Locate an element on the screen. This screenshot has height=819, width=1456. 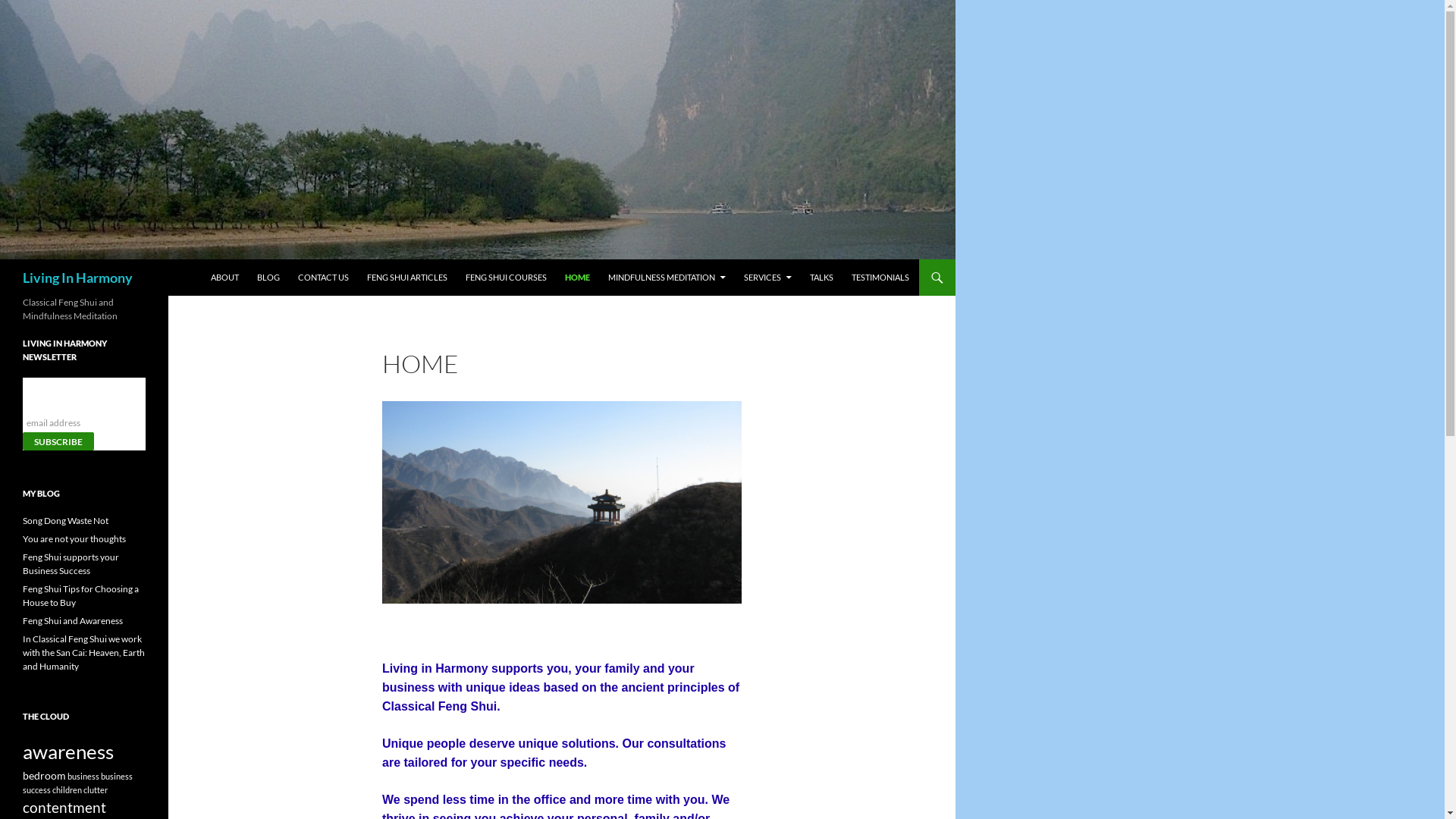
'TESTIMONIALS' is located at coordinates (880, 278).